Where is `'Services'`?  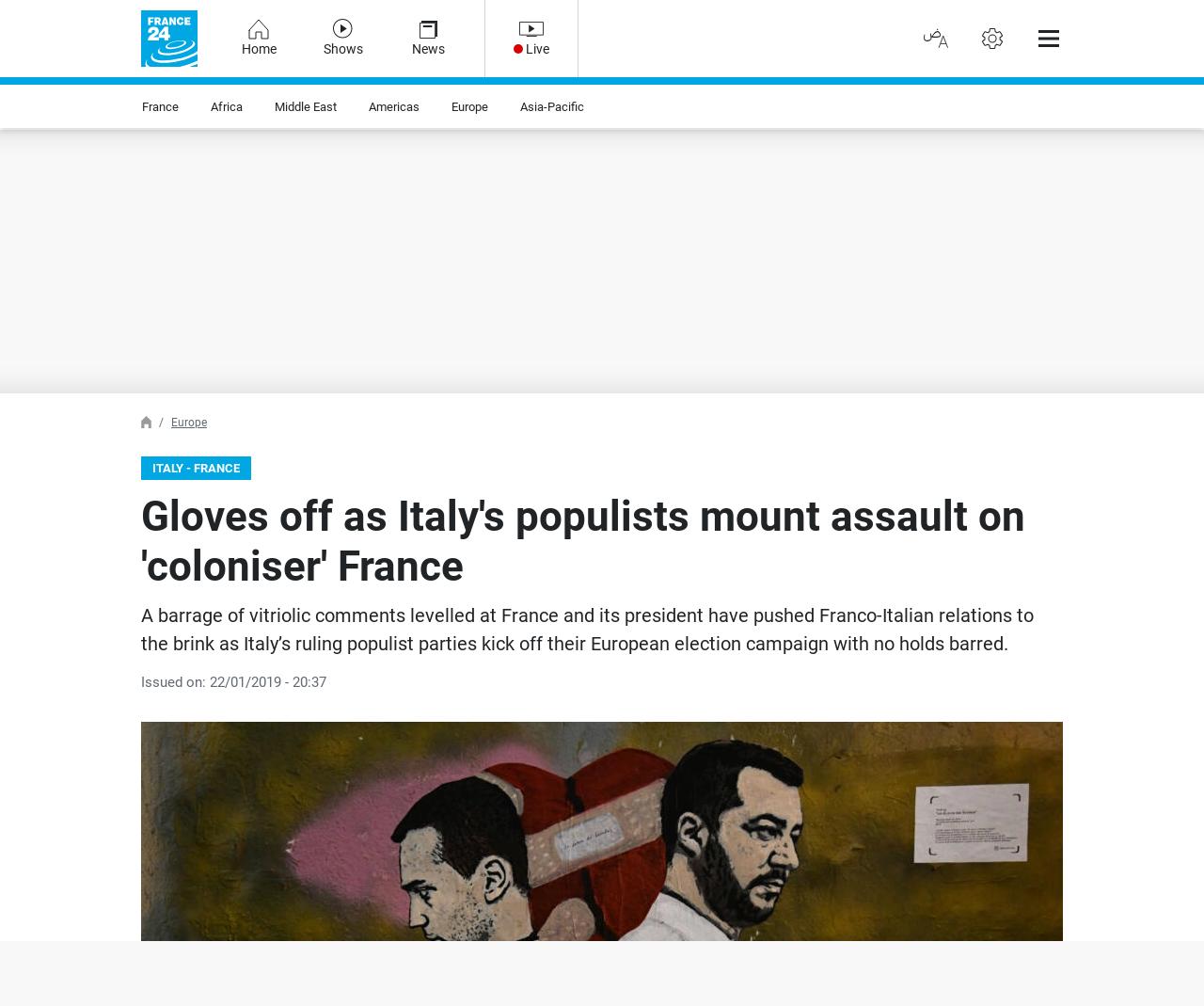 'Services' is located at coordinates (52, 39).